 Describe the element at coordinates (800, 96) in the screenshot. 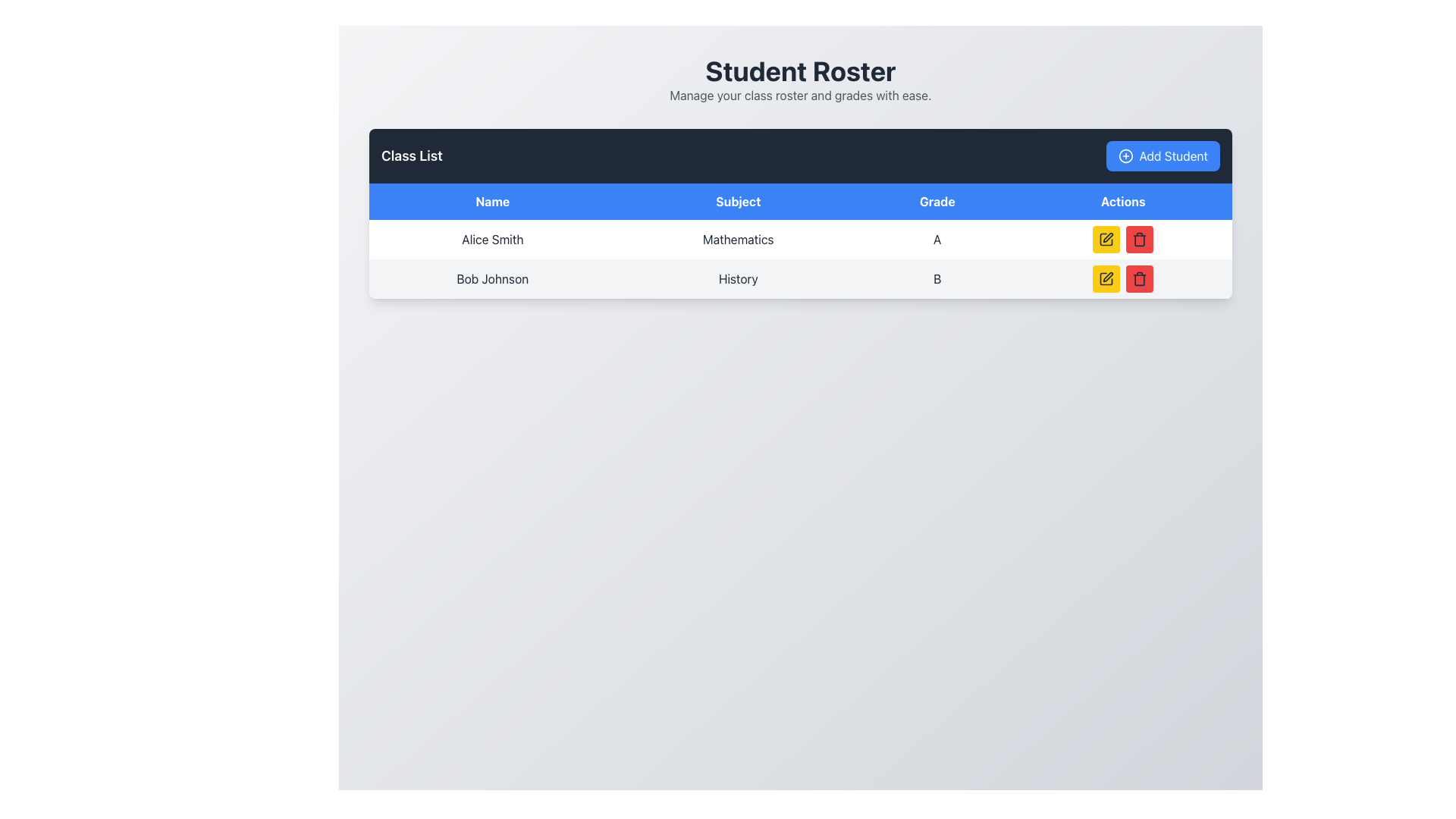

I see `the text block that reads 'Manage your class roster and grades with ease.' which is located below the 'Student Roster' header` at that location.